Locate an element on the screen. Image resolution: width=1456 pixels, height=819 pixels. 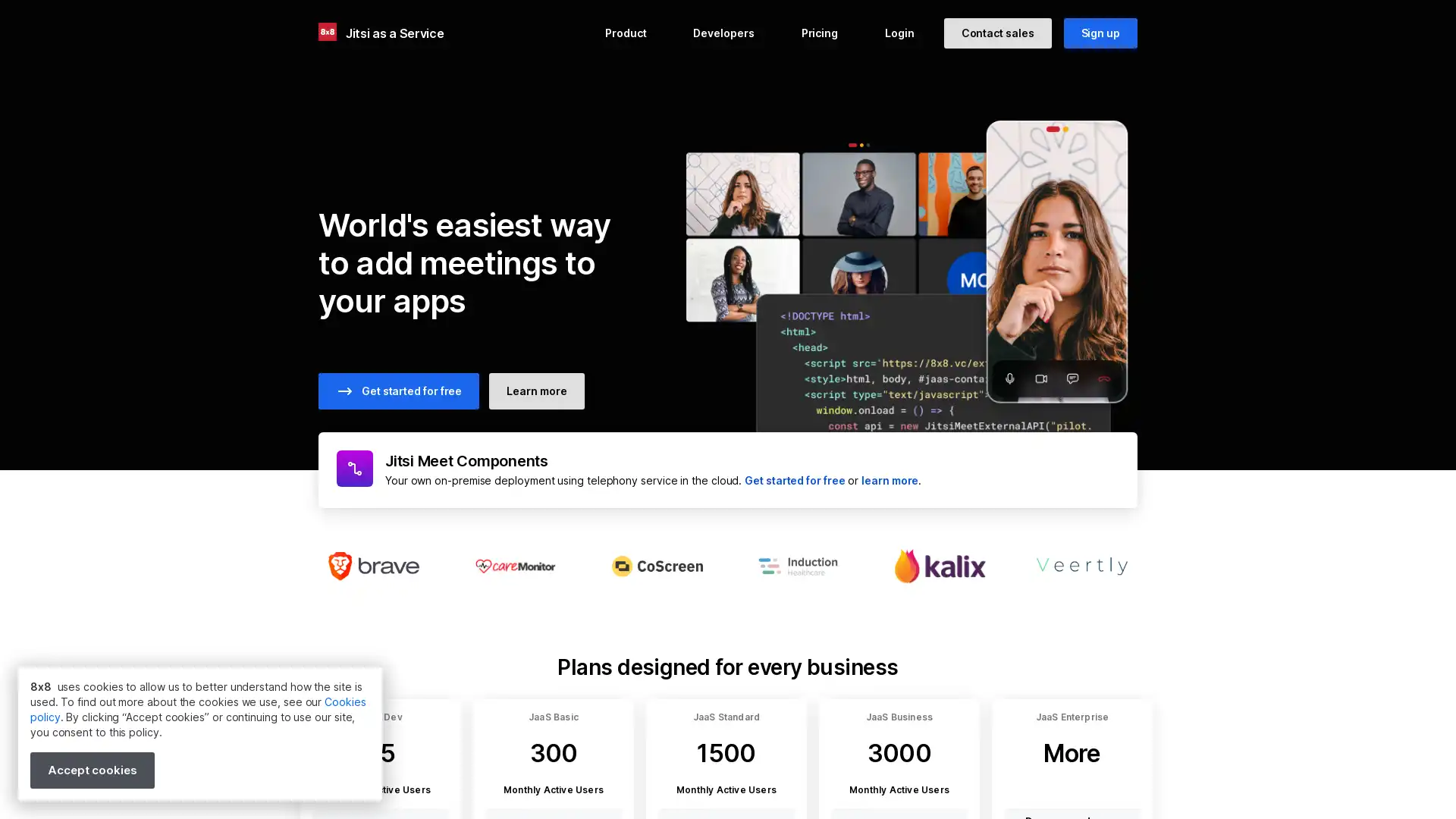
Pricing is located at coordinates (818, 33).